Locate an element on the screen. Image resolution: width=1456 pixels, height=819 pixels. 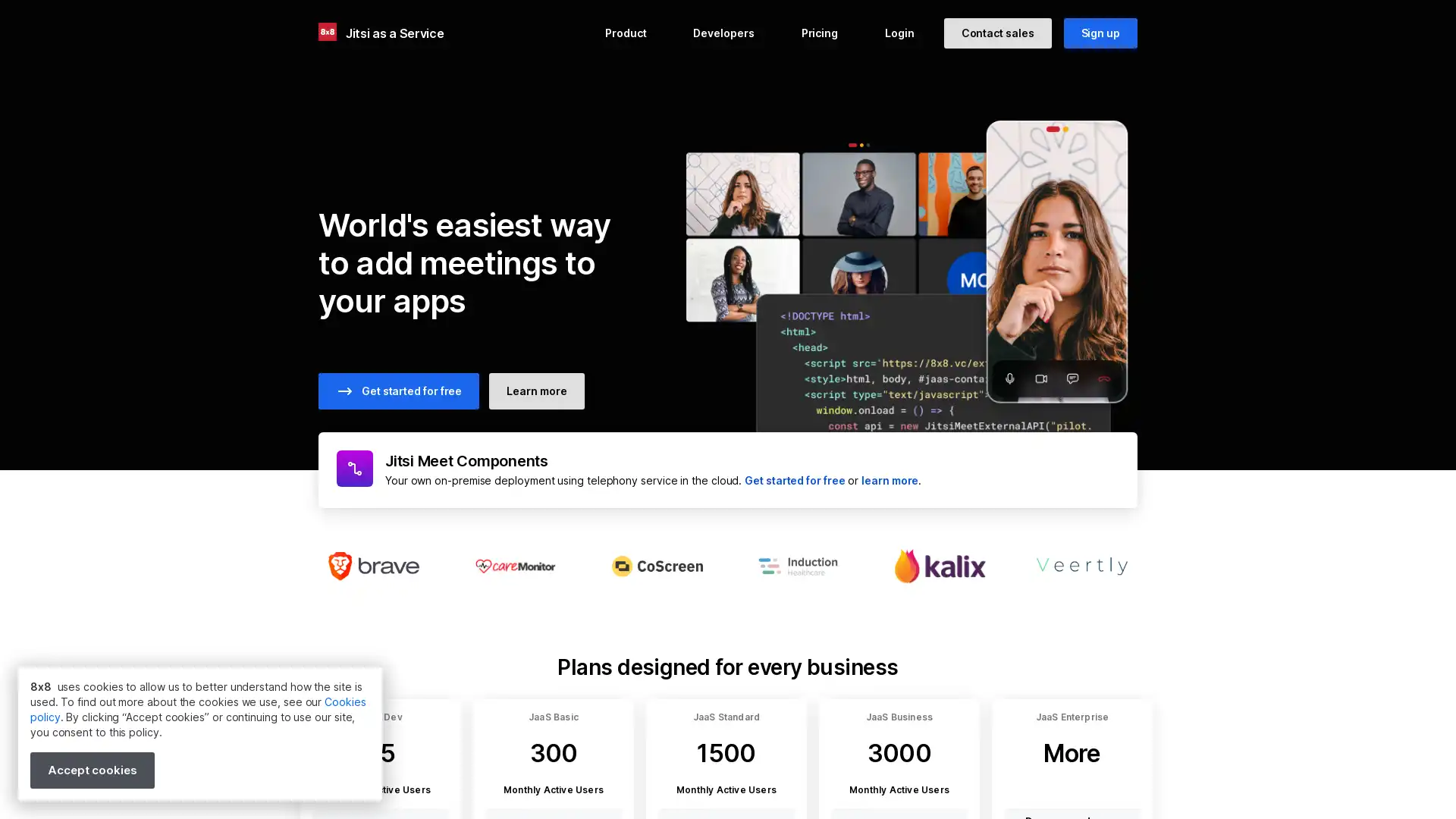
Pricing is located at coordinates (818, 33).